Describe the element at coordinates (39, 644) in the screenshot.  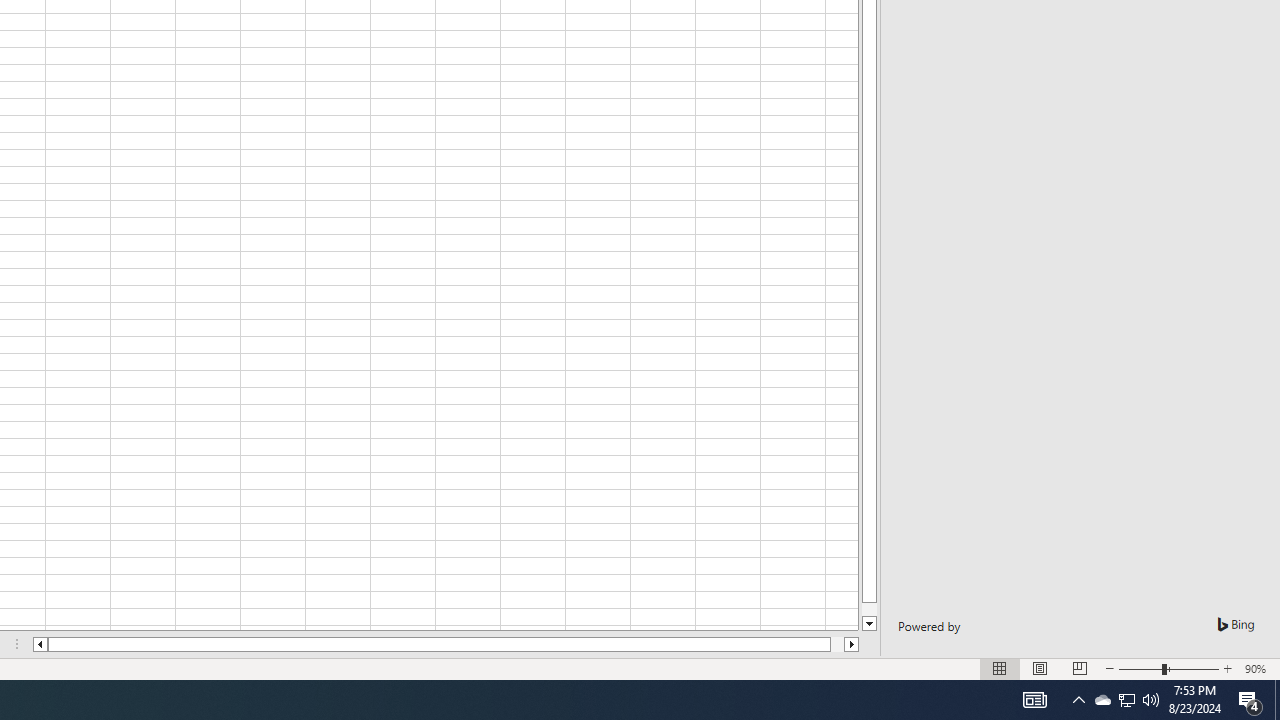
I see `'Column left'` at that location.